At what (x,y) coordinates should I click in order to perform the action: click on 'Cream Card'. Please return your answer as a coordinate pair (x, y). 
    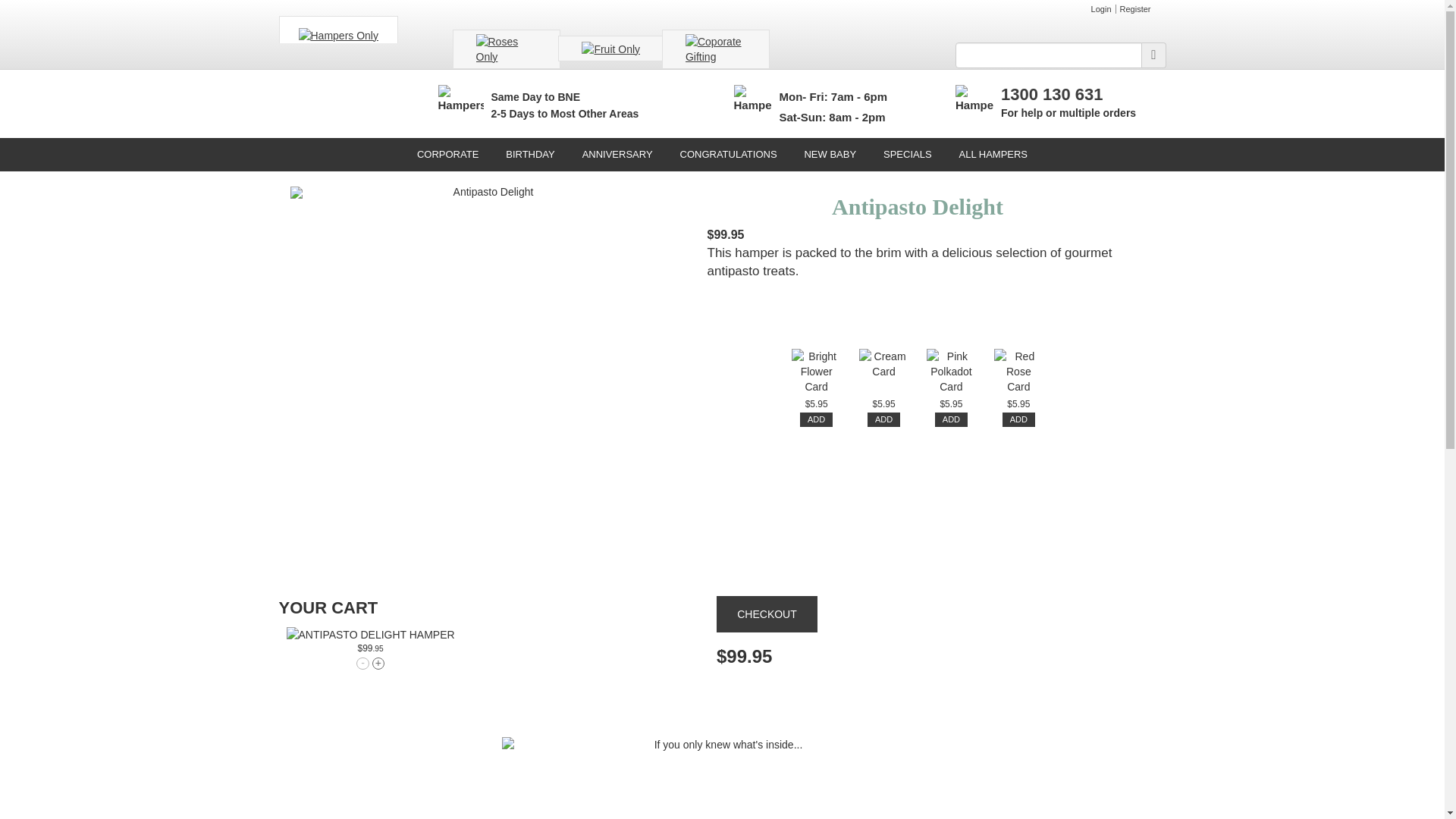
    Looking at the image, I should click on (883, 373).